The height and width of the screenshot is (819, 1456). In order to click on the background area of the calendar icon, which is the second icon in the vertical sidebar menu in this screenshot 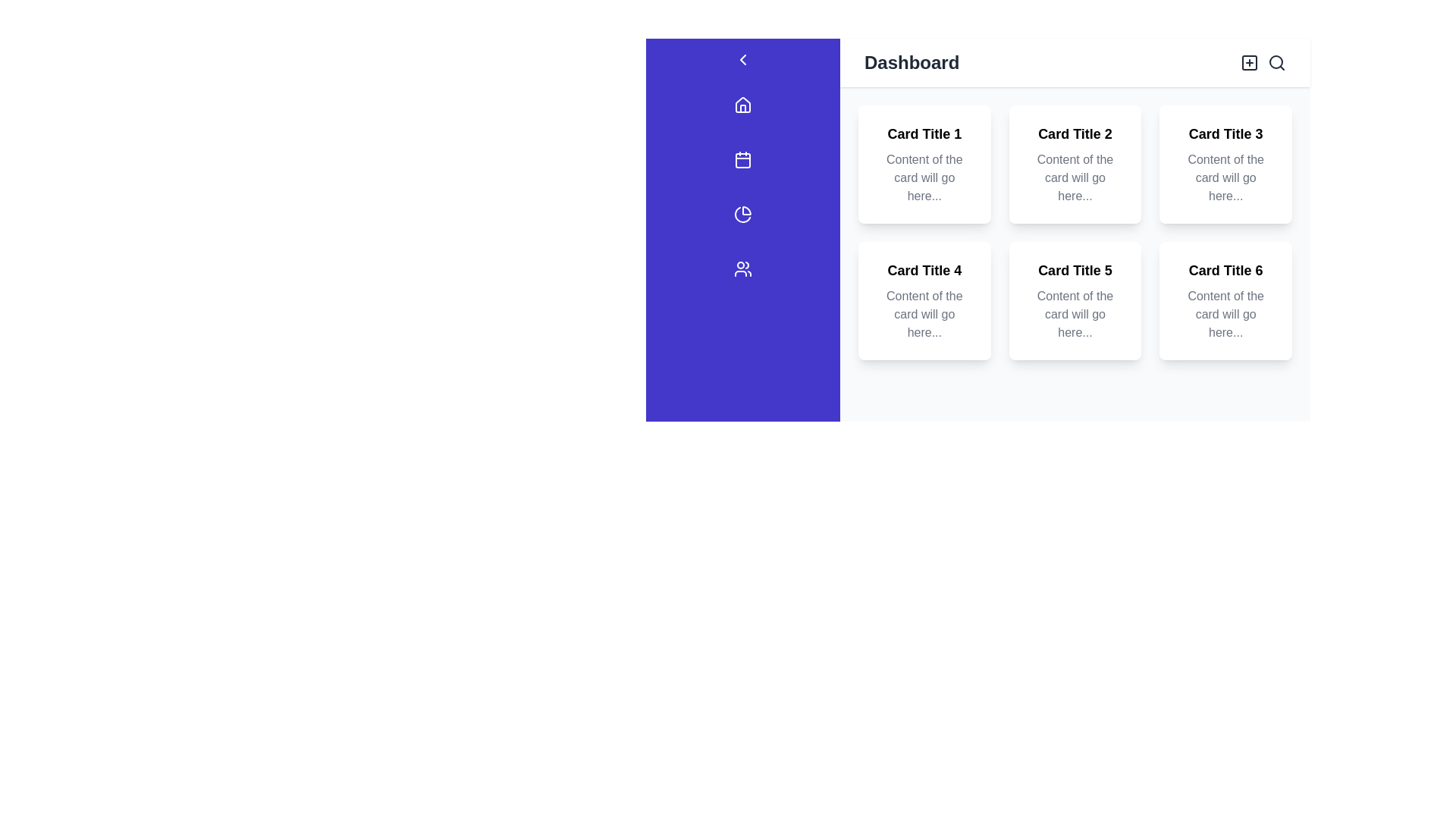, I will do `click(742, 161)`.